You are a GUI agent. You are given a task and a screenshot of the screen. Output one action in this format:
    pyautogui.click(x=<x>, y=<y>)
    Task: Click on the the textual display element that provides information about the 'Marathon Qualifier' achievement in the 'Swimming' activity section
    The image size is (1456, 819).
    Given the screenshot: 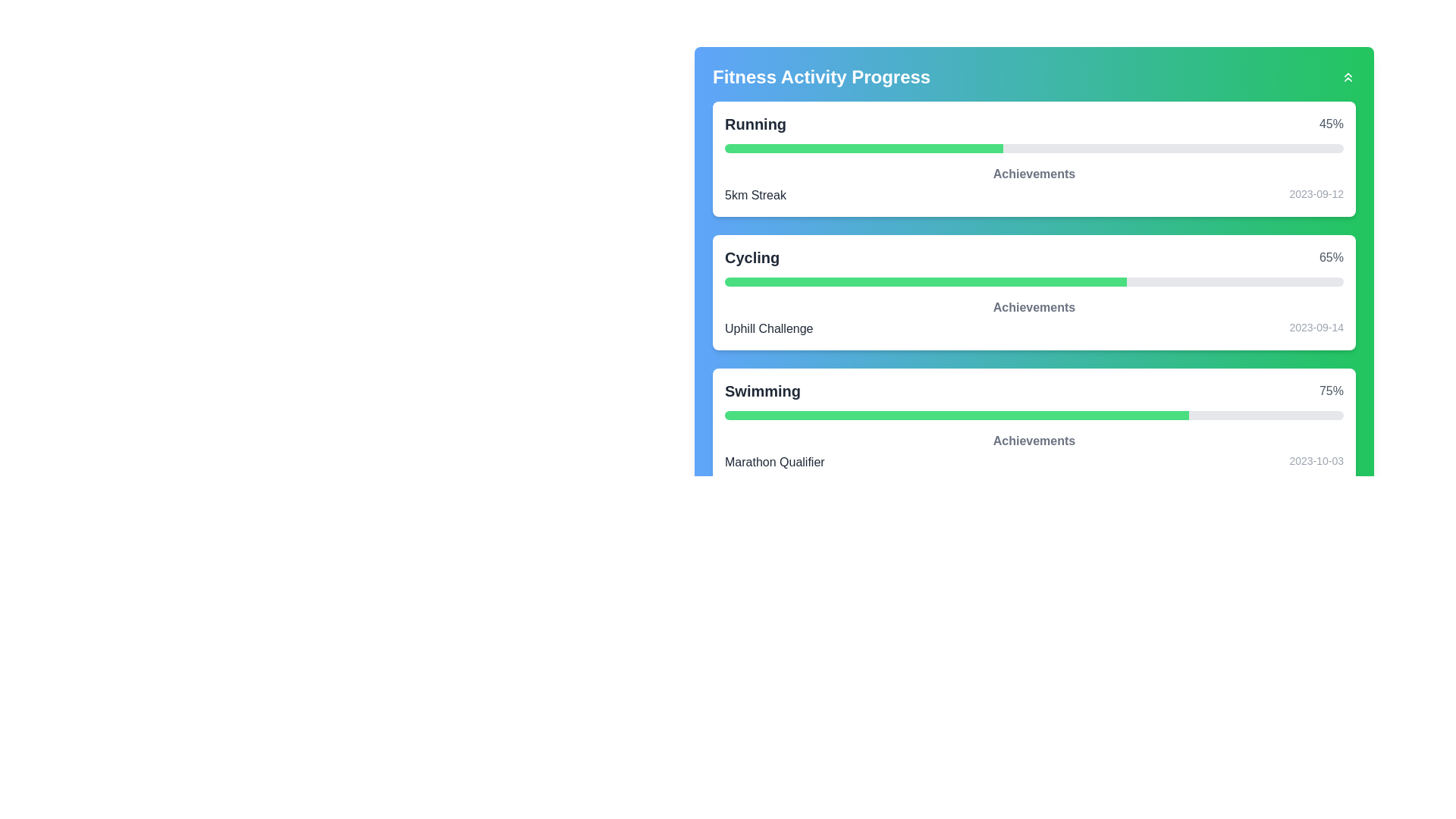 What is the action you would take?
    pyautogui.click(x=1033, y=461)
    